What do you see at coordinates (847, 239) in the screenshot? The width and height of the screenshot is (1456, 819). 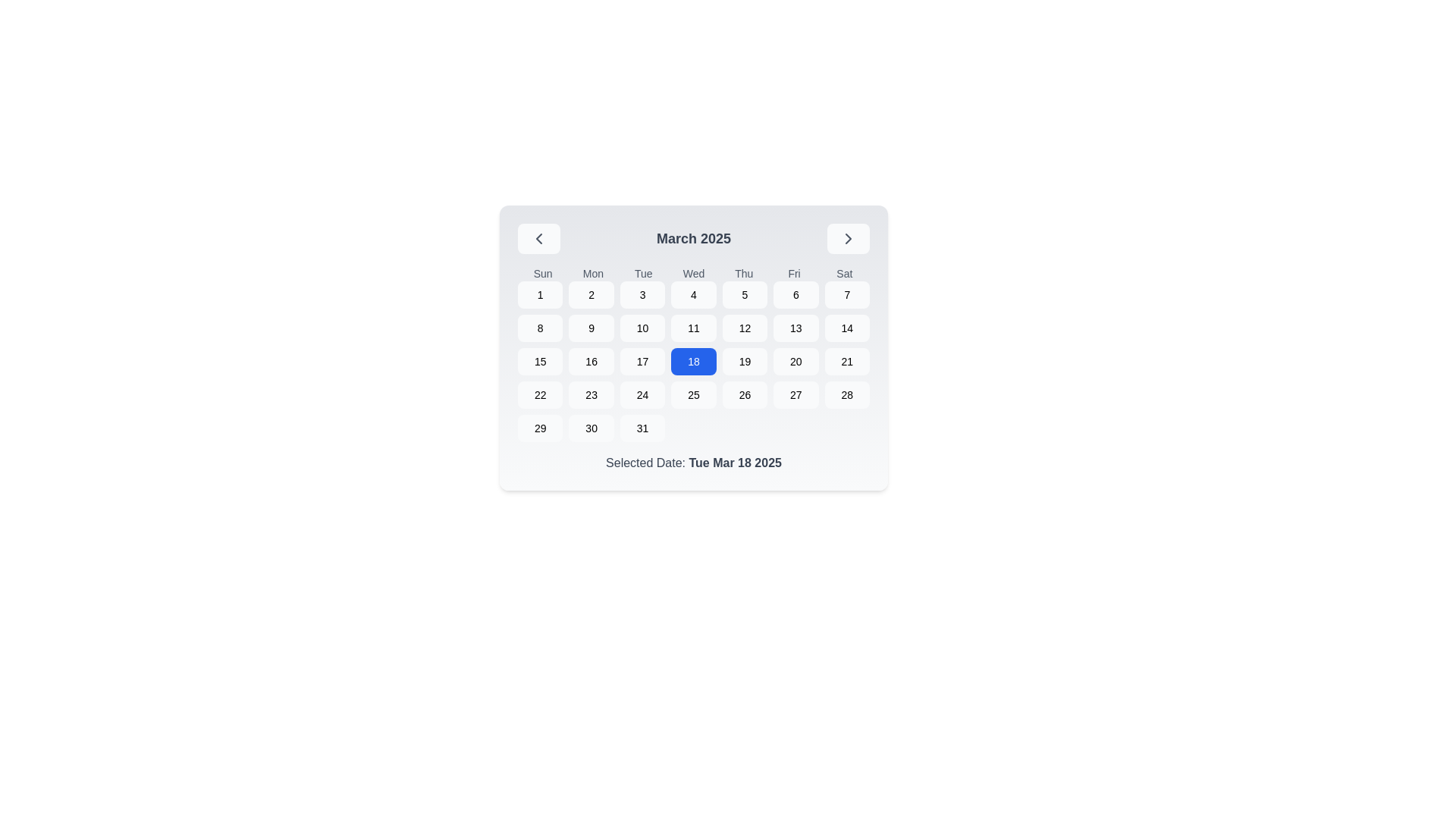 I see `the chevron icon button located on the right side of the calendar header to trigger visual effects` at bounding box center [847, 239].